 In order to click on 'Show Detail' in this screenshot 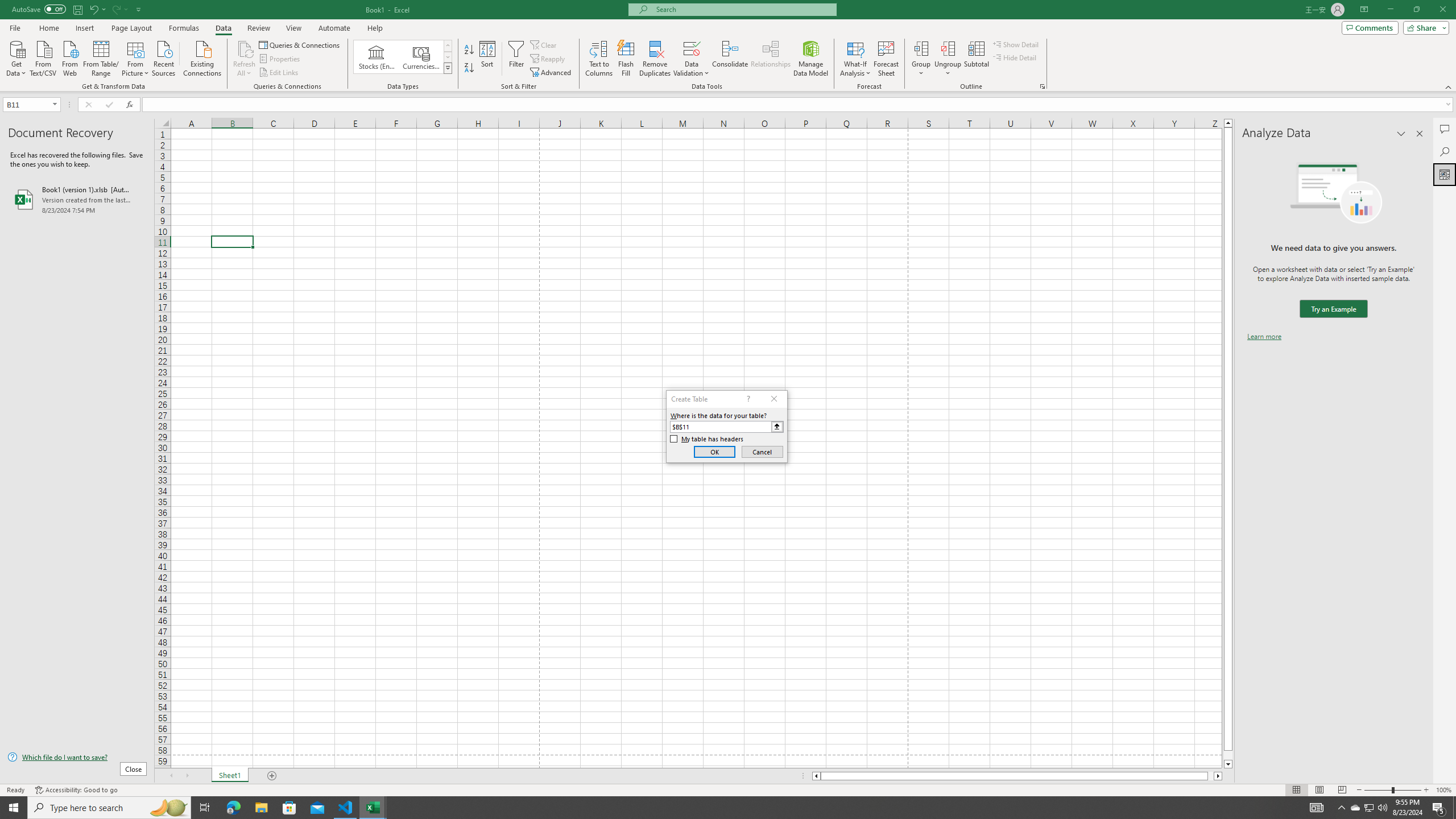, I will do `click(1015, 44)`.